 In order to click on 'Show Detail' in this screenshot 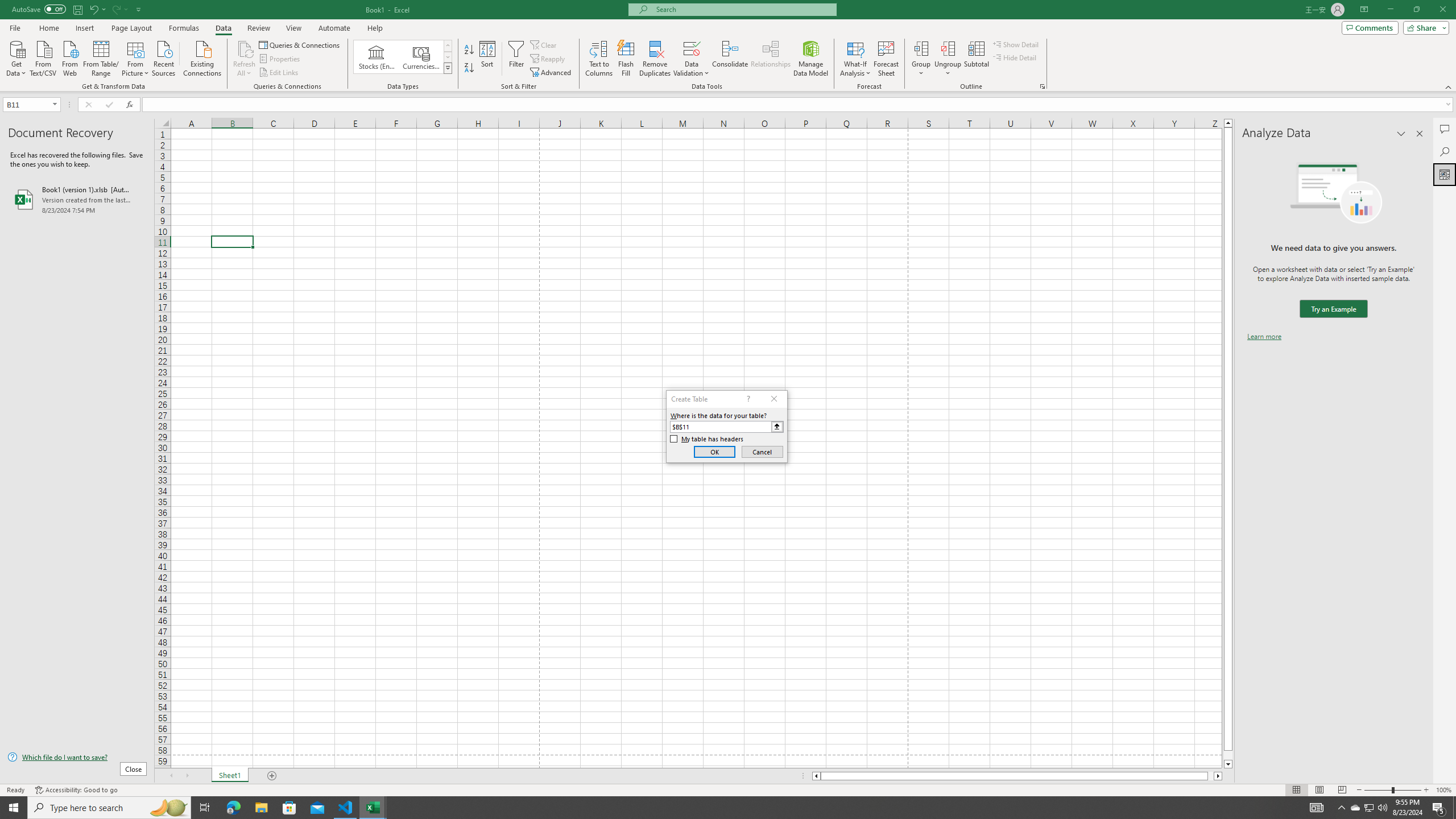, I will do `click(1015, 44)`.